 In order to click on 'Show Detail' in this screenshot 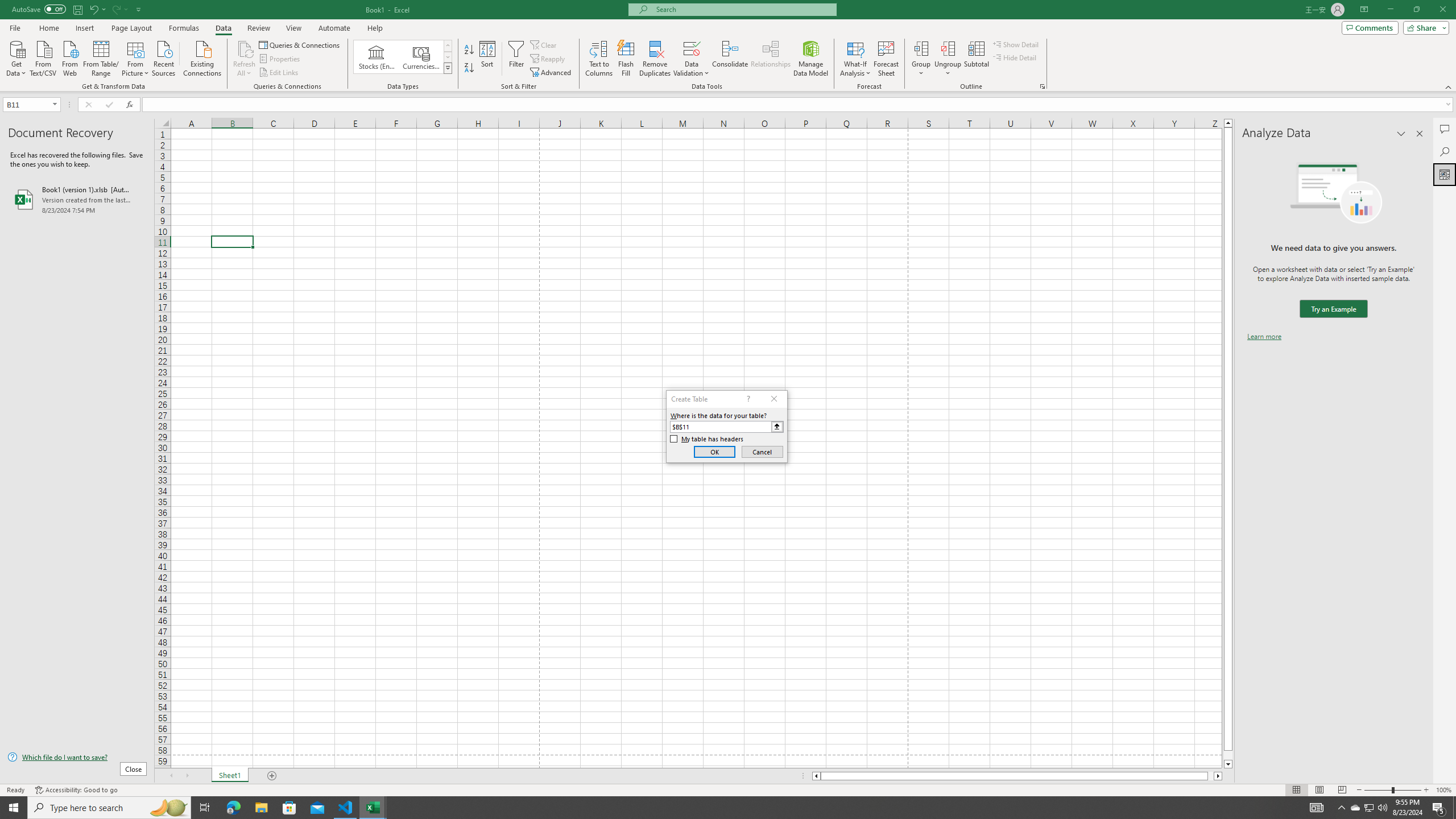, I will do `click(1015, 44)`.